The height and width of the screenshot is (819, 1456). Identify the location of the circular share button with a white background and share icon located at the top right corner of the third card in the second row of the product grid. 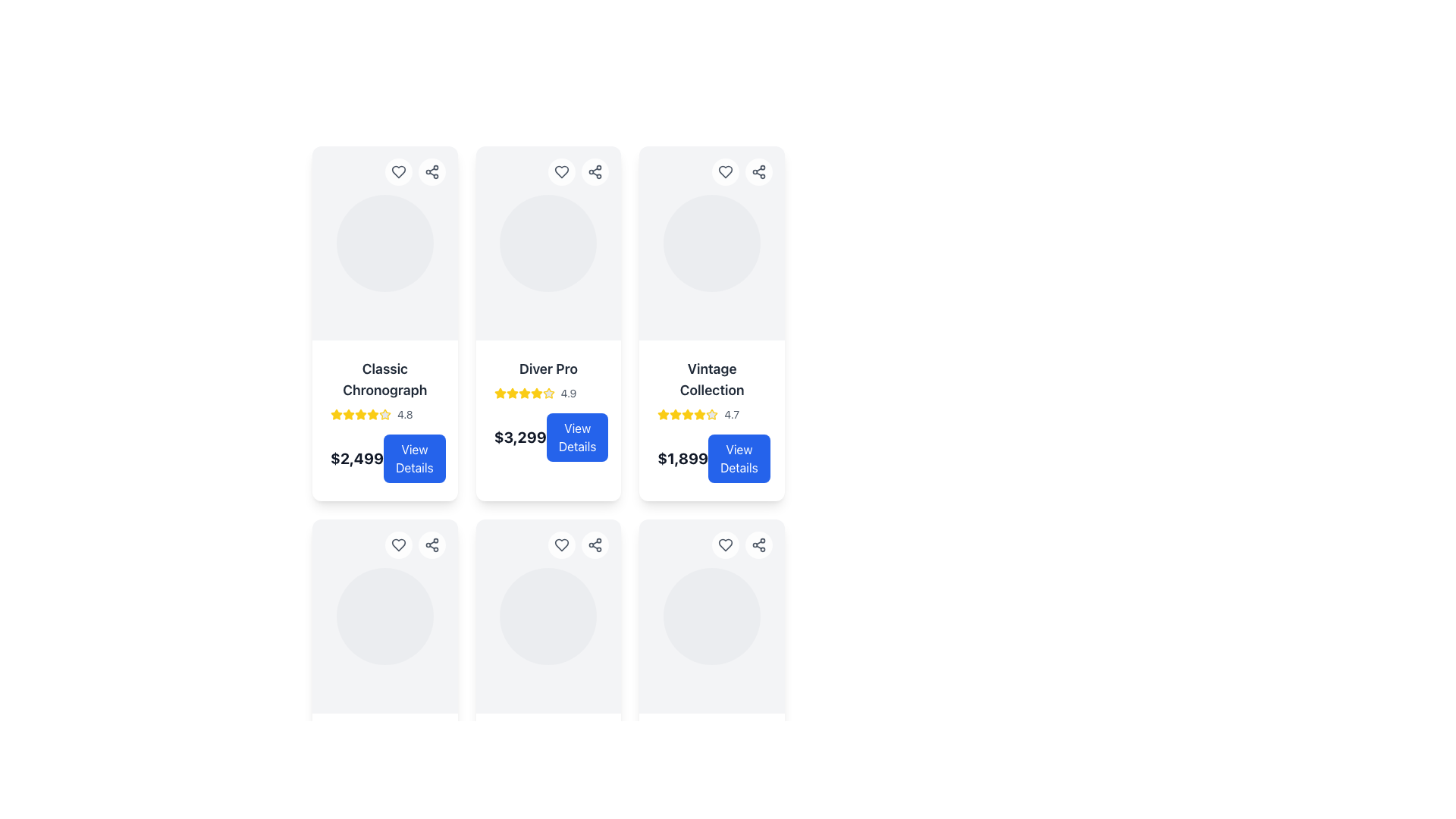
(431, 544).